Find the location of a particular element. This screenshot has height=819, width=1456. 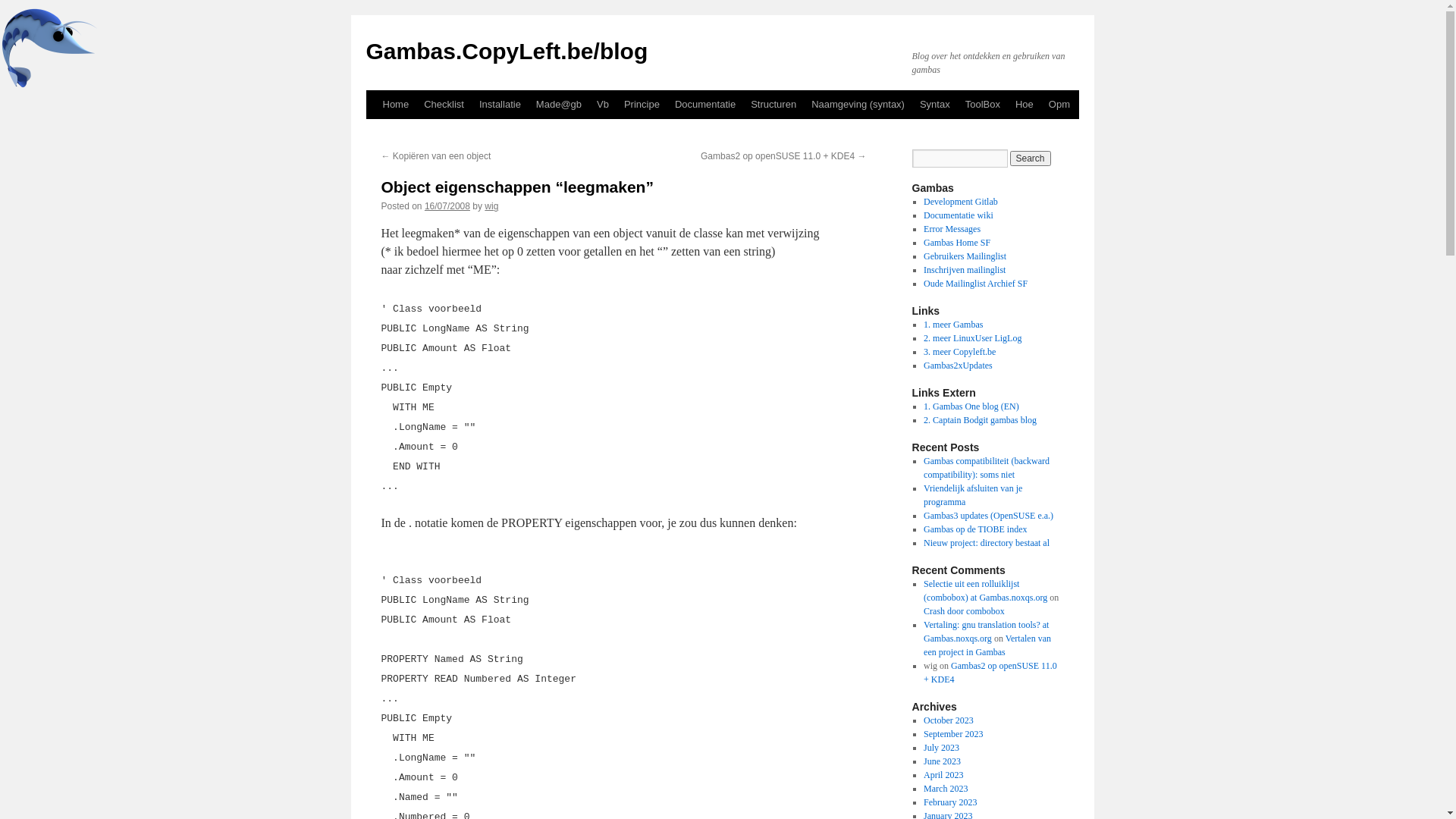

'February 2023' is located at coordinates (949, 801).